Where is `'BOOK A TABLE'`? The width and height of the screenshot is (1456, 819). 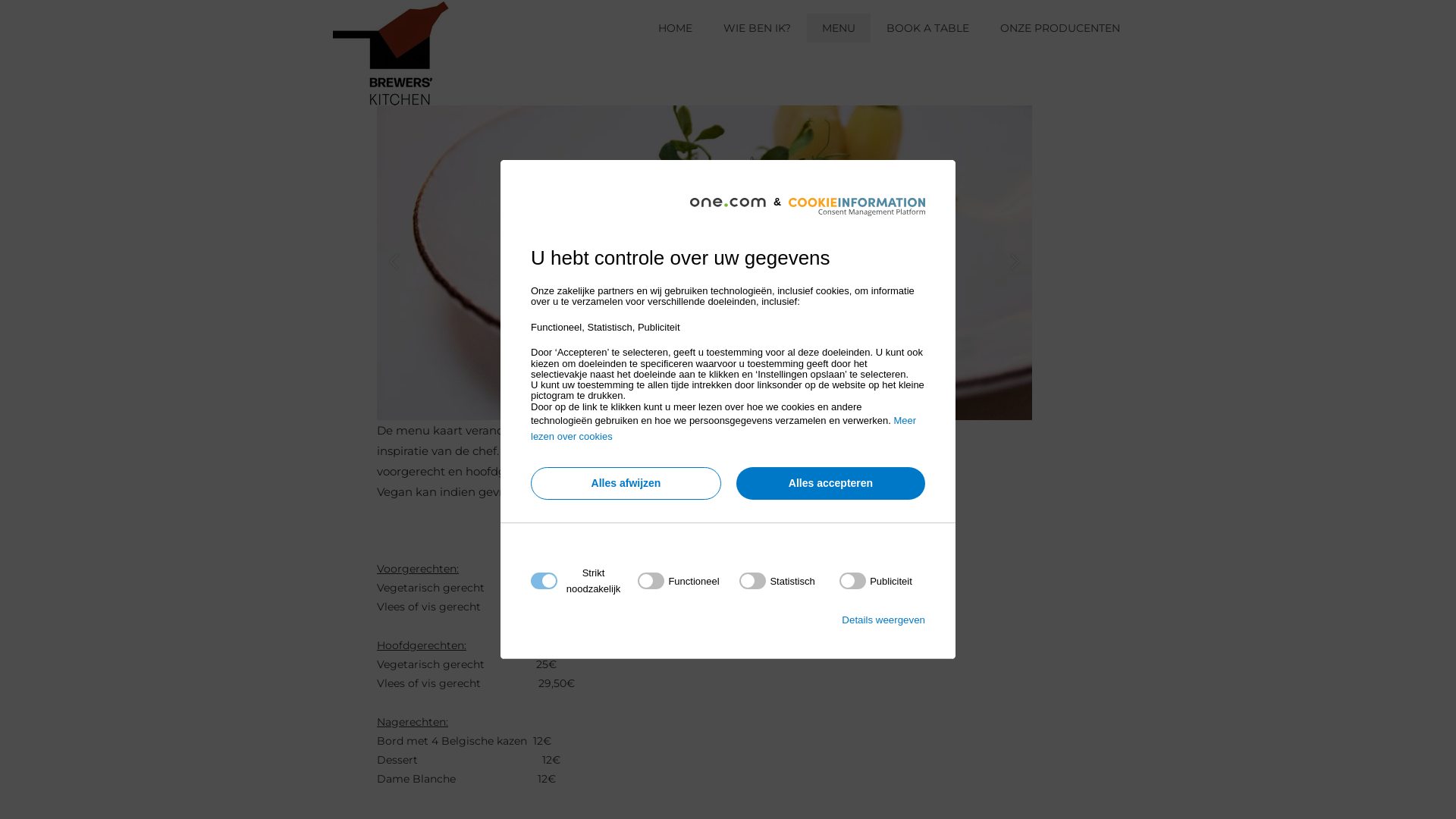 'BOOK A TABLE' is located at coordinates (927, 28).